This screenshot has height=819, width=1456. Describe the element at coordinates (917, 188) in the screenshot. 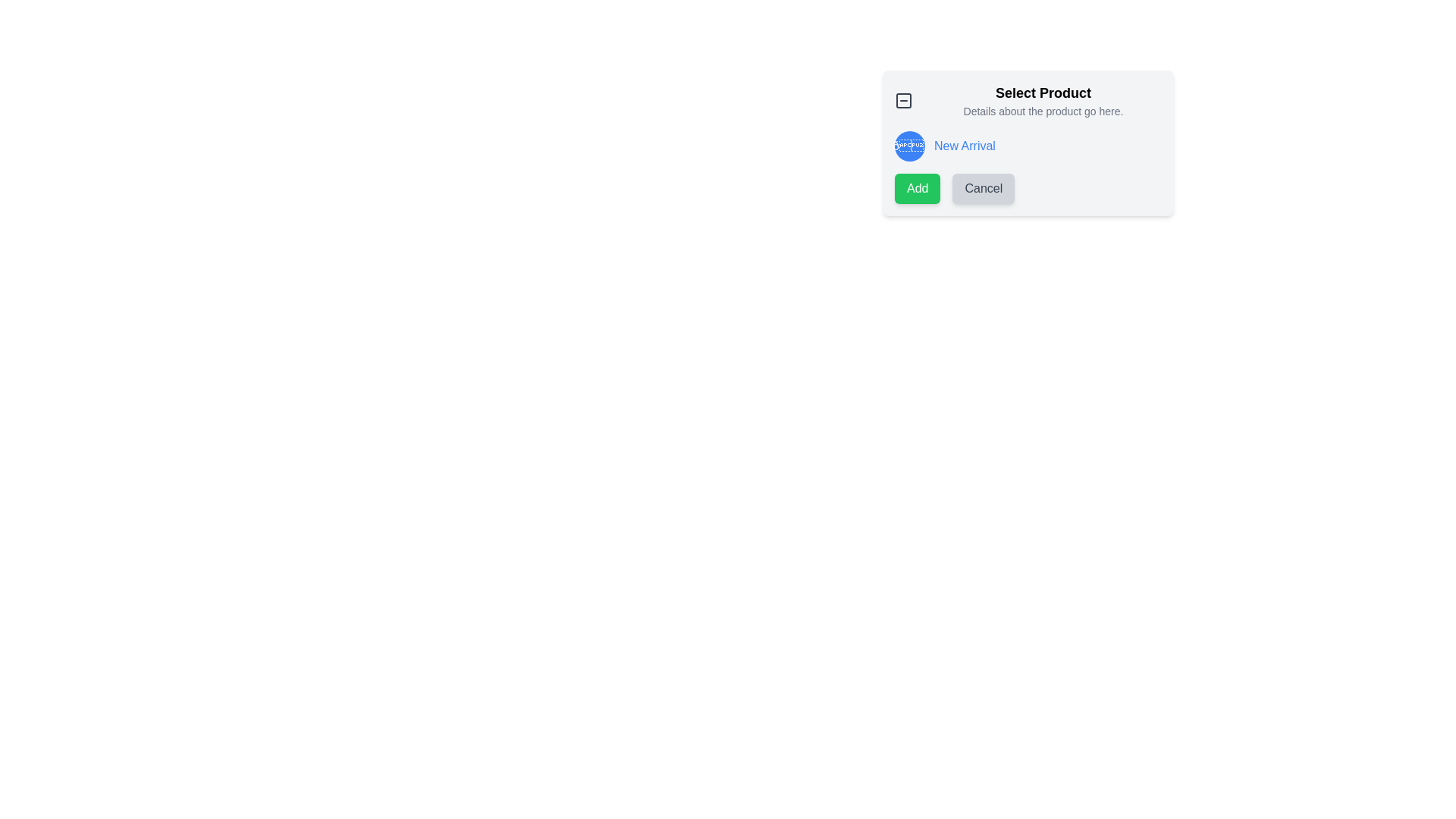

I see `the confirm button located below the 'New Arrival' link in the 'Select Product' section` at that location.